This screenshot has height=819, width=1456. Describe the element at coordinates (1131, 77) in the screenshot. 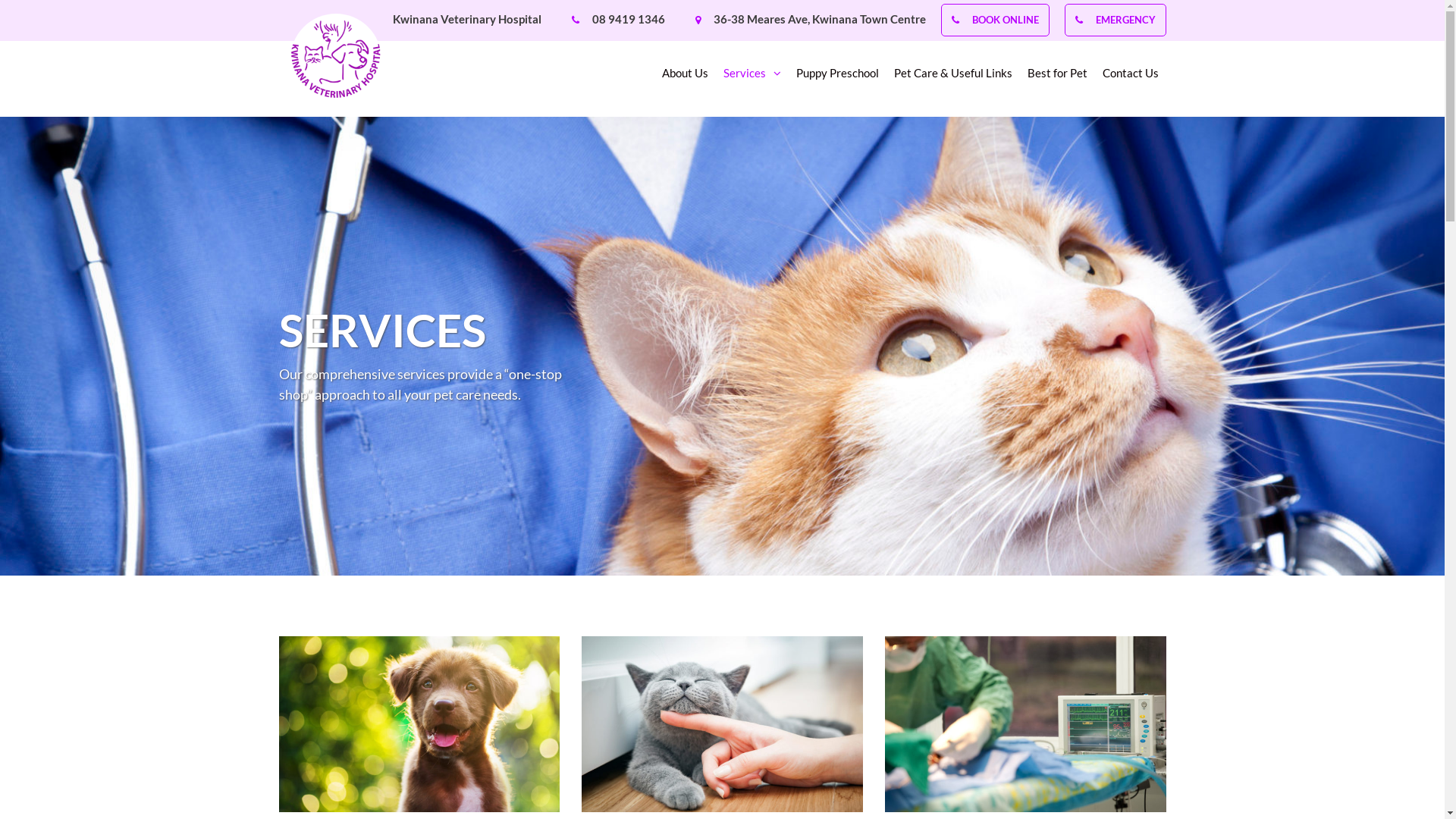

I see `'Contact Us'` at that location.